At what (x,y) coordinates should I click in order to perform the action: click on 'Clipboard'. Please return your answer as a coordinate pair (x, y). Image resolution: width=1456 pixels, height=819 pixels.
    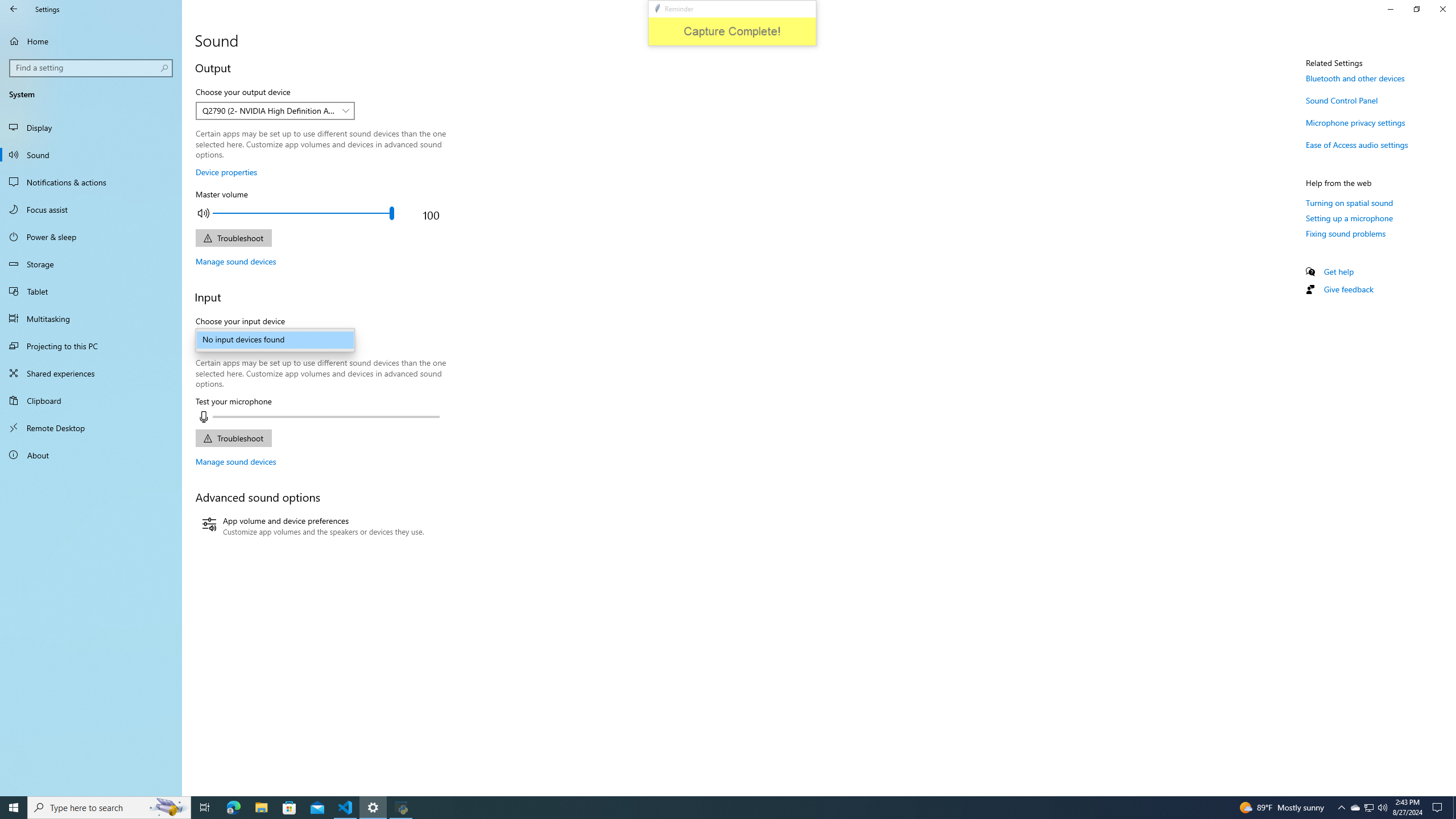
    Looking at the image, I should click on (90, 400).